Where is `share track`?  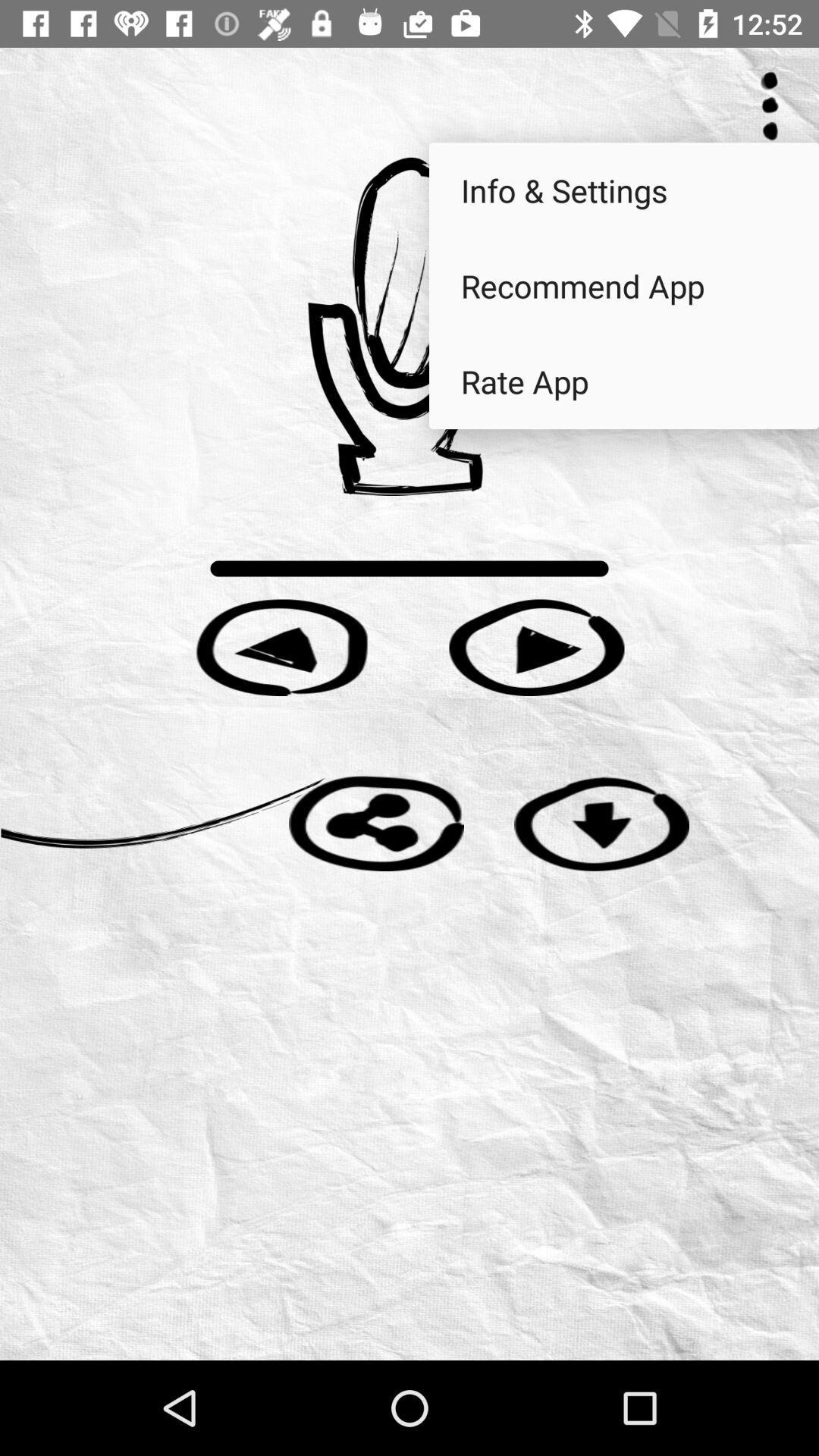 share track is located at coordinates (375, 822).